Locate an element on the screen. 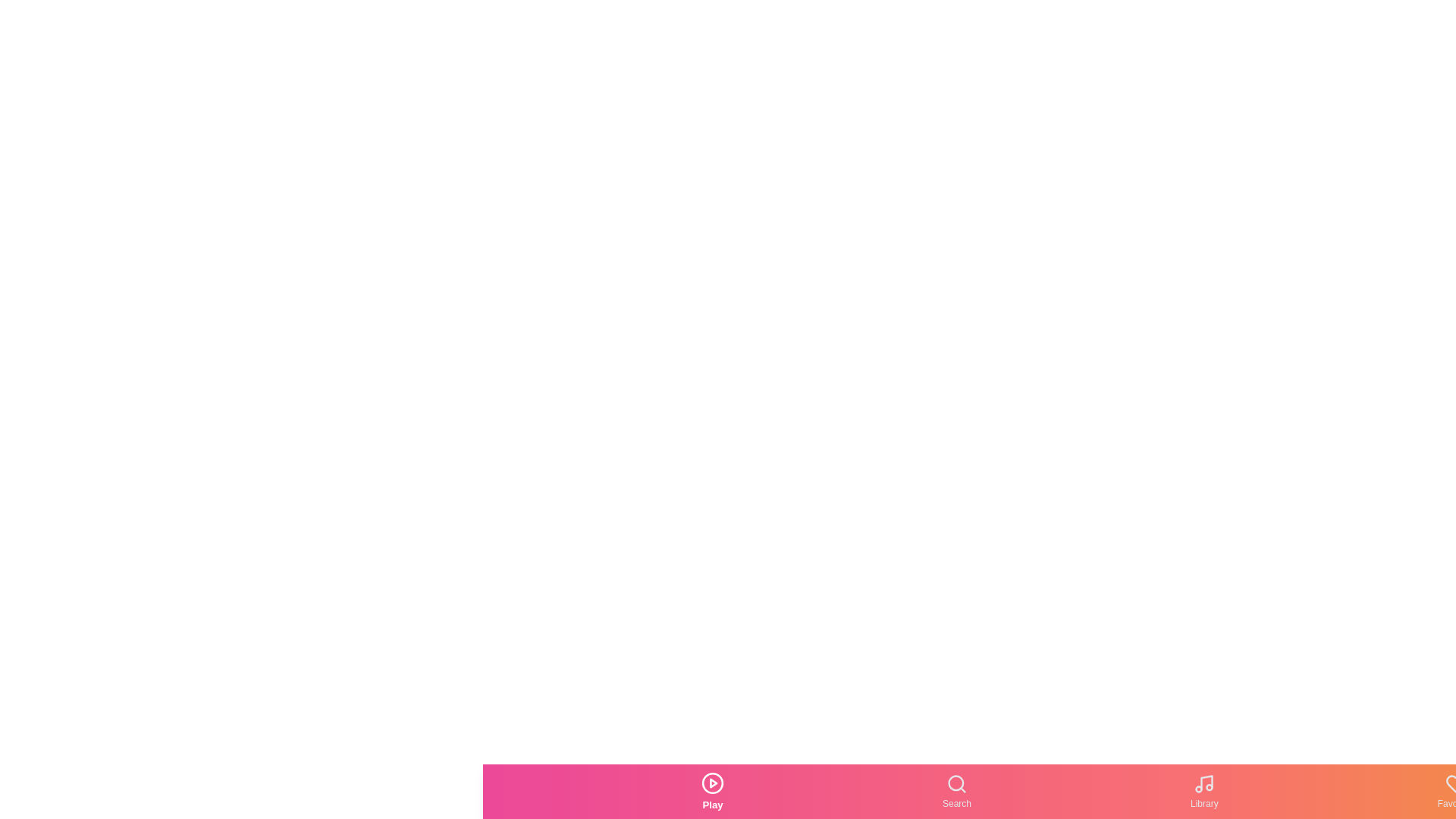  the Play tab to navigate to the corresponding section is located at coordinates (712, 791).